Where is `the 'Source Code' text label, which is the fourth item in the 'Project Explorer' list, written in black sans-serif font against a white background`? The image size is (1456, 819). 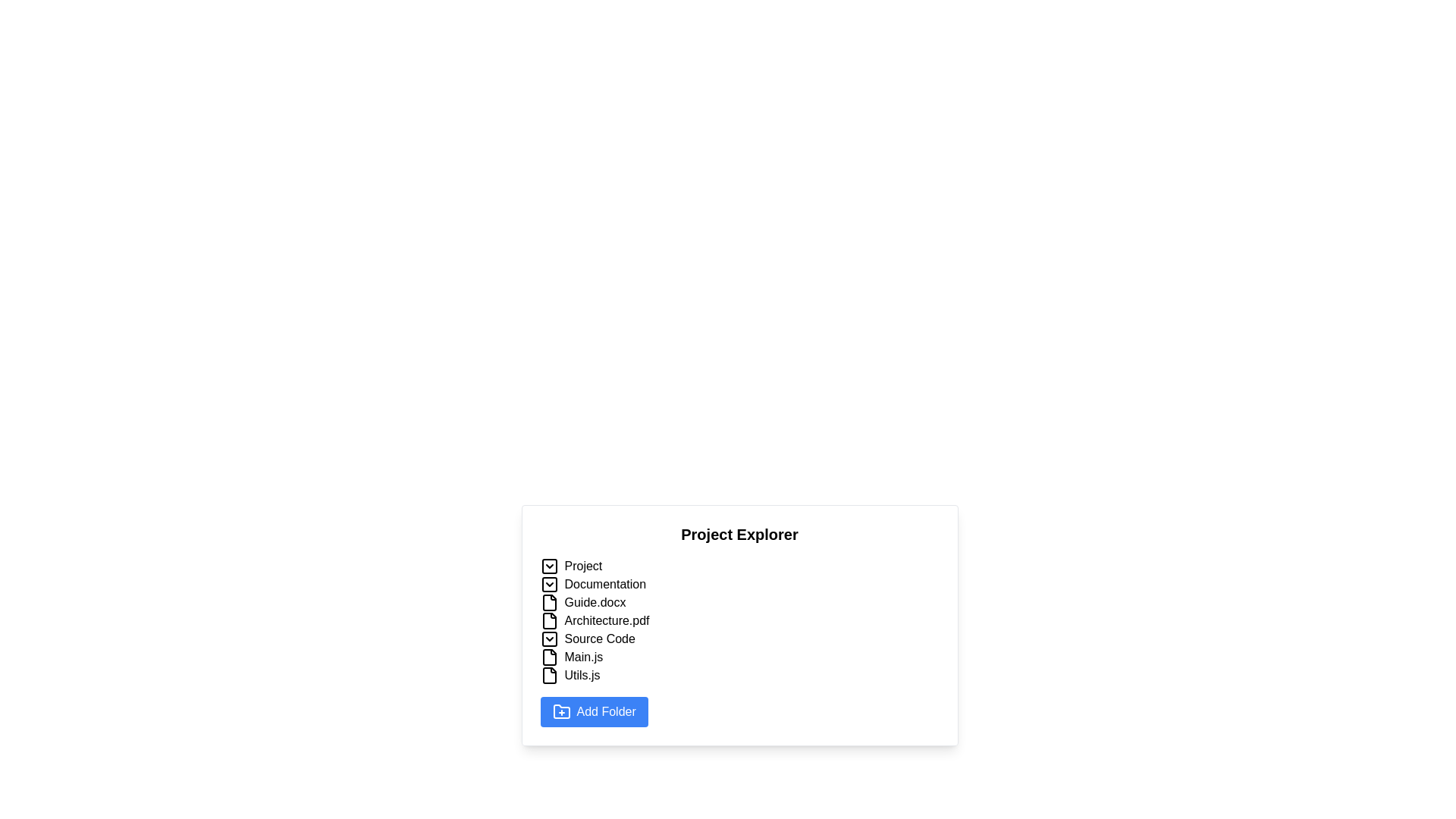
the 'Source Code' text label, which is the fourth item in the 'Project Explorer' list, written in black sans-serif font against a white background is located at coordinates (599, 639).